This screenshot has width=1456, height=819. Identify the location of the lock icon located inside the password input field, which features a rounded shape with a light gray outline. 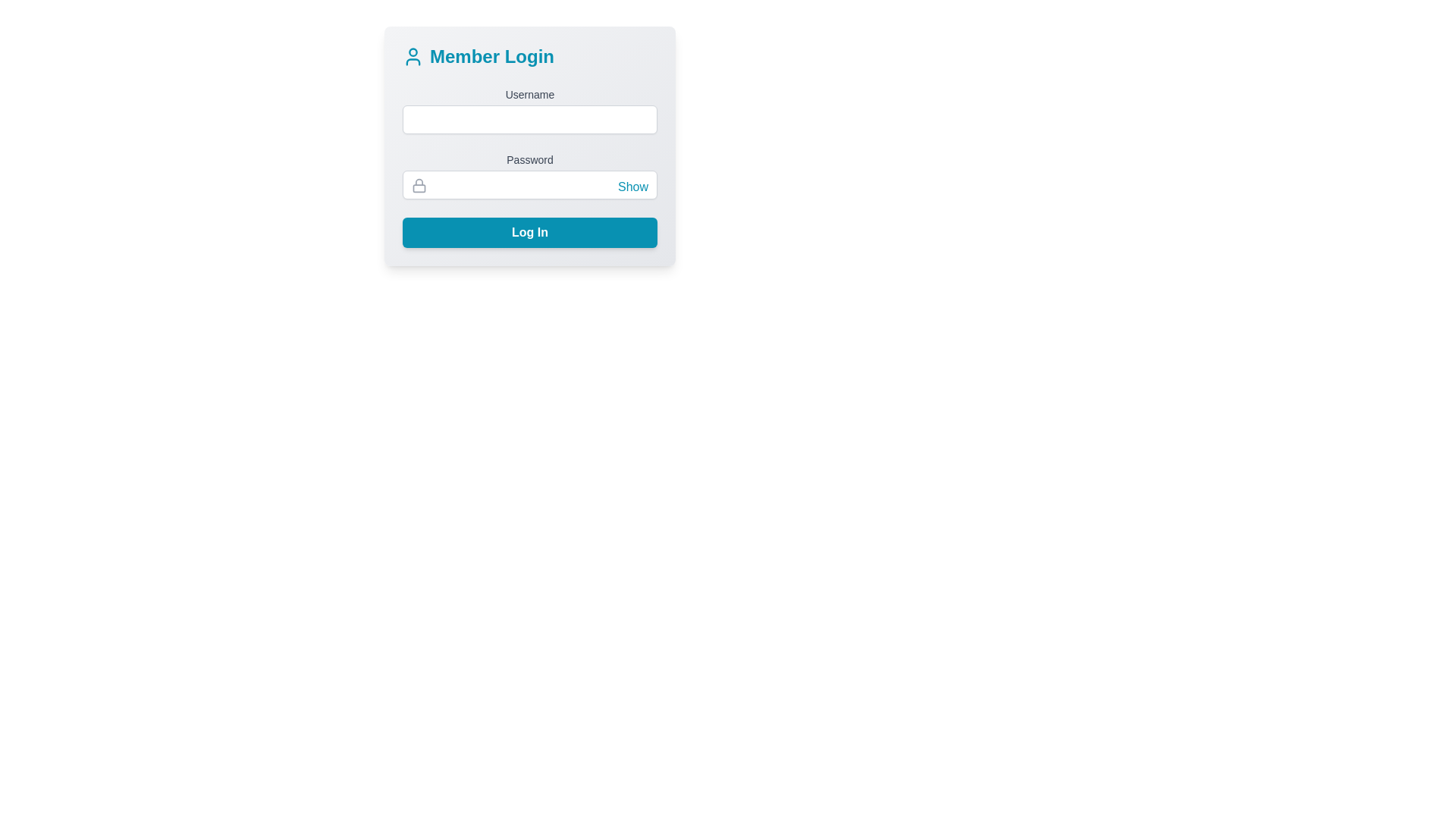
(419, 185).